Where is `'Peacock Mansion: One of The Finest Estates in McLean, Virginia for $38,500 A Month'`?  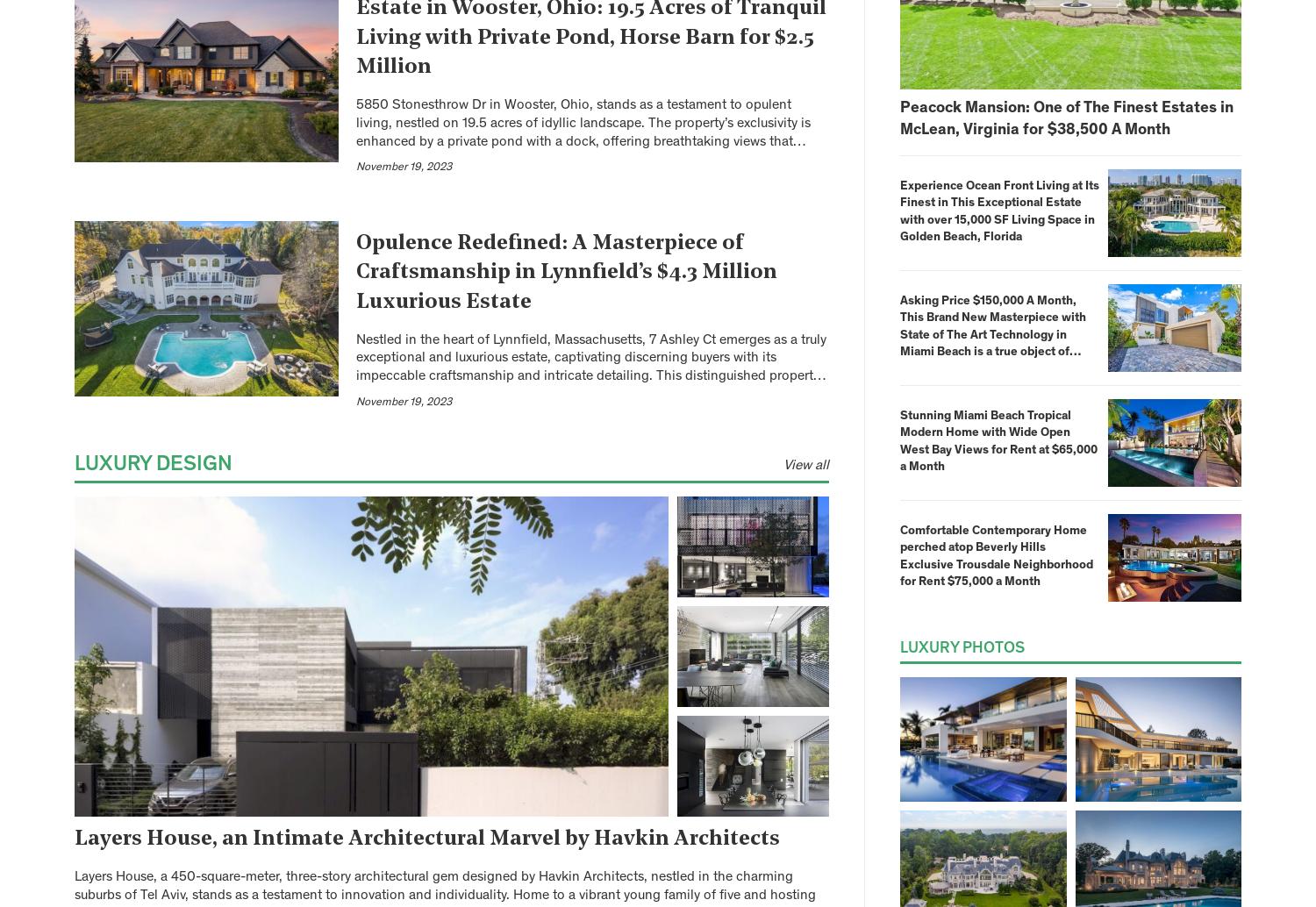 'Peacock Mansion: One of The Finest Estates in McLean, Virginia for $38,500 A Month' is located at coordinates (1066, 118).